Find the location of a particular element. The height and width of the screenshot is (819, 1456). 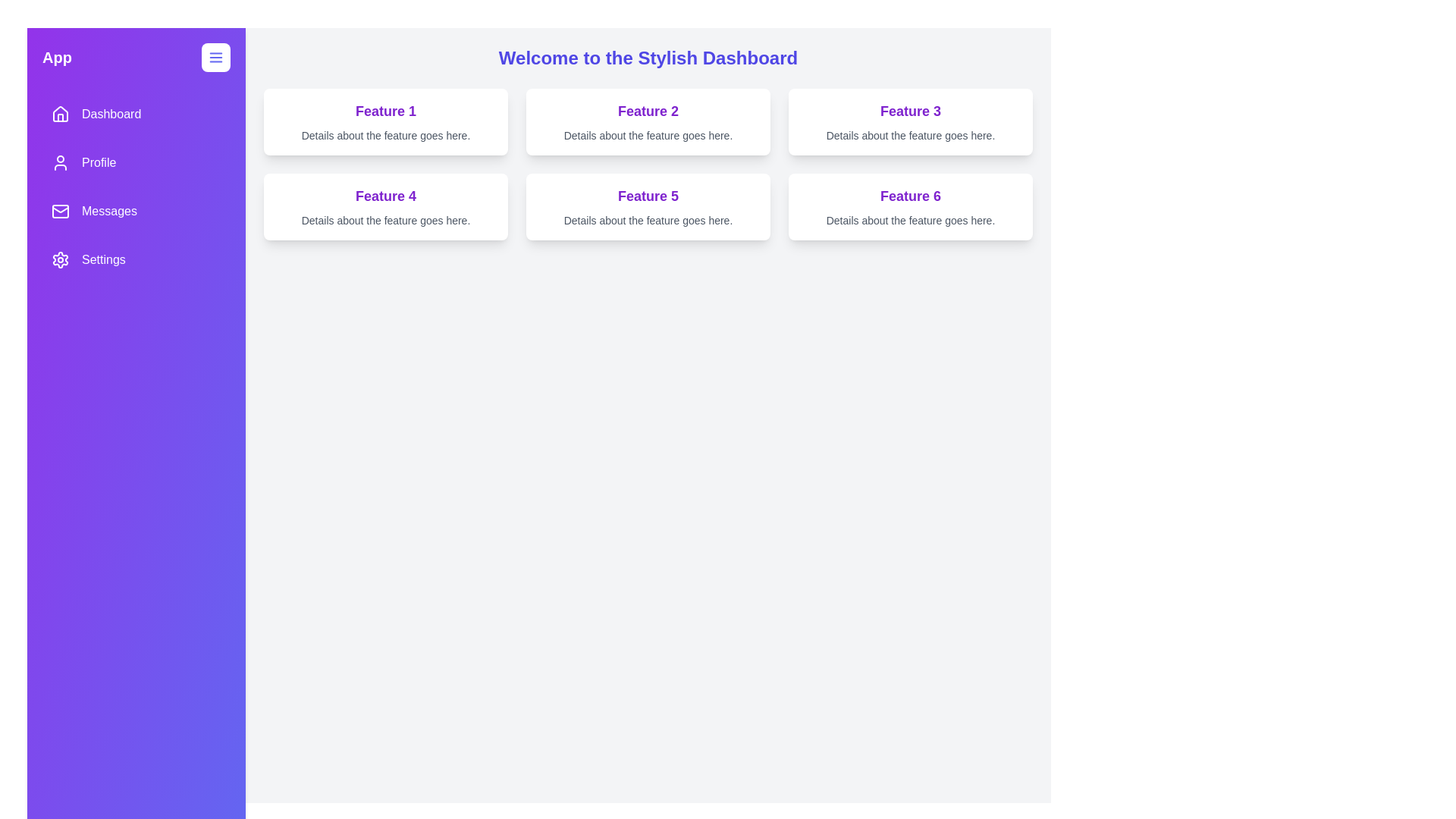

the bold, large purple text label reading 'Feature 4' that is located at the top of the second feature card in the grid is located at coordinates (385, 195).